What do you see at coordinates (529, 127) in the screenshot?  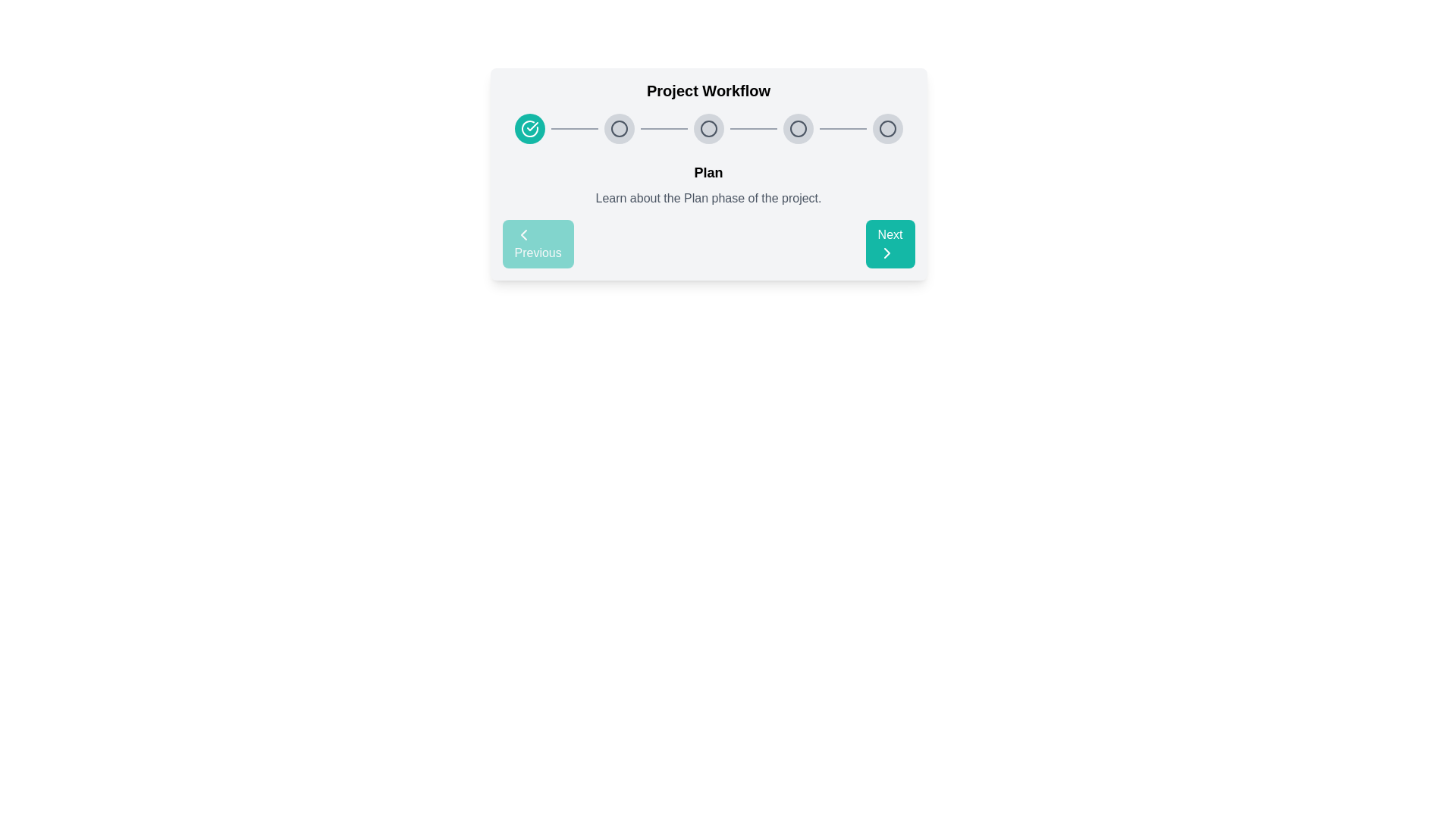 I see `the current step indicator to view its title and description` at bounding box center [529, 127].